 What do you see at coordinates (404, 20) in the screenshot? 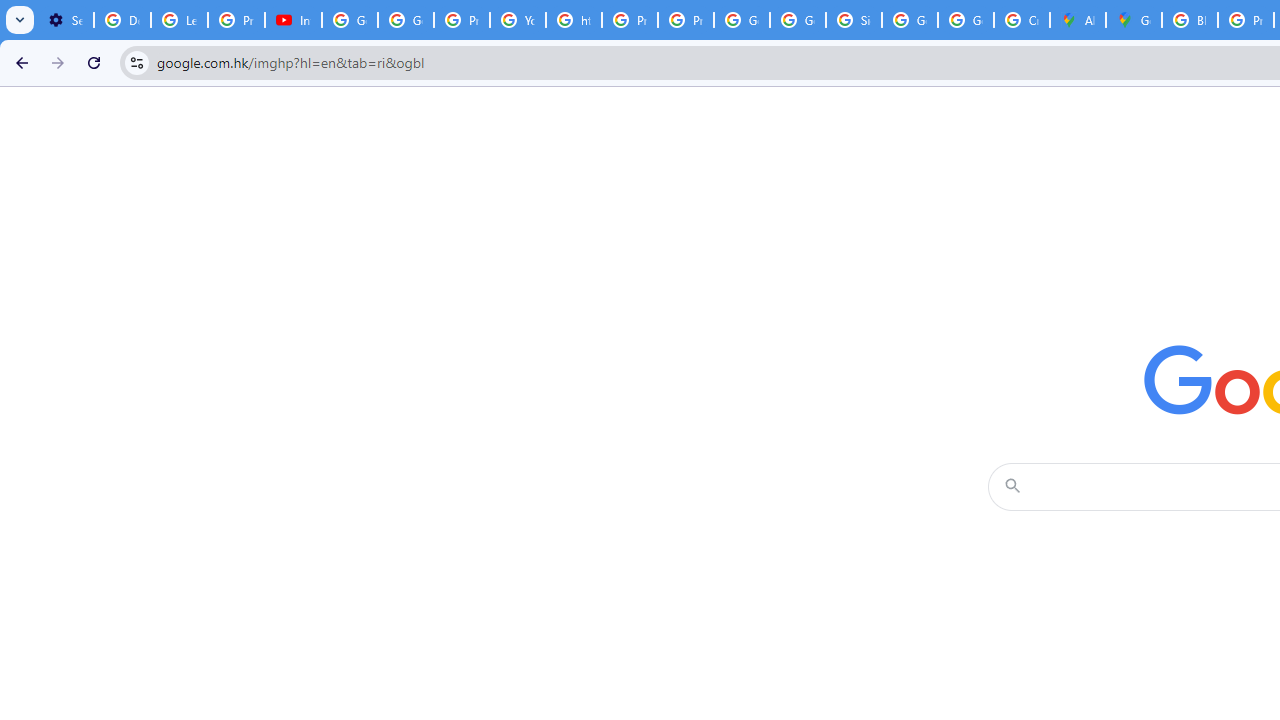
I see `'Google Account Help'` at bounding box center [404, 20].